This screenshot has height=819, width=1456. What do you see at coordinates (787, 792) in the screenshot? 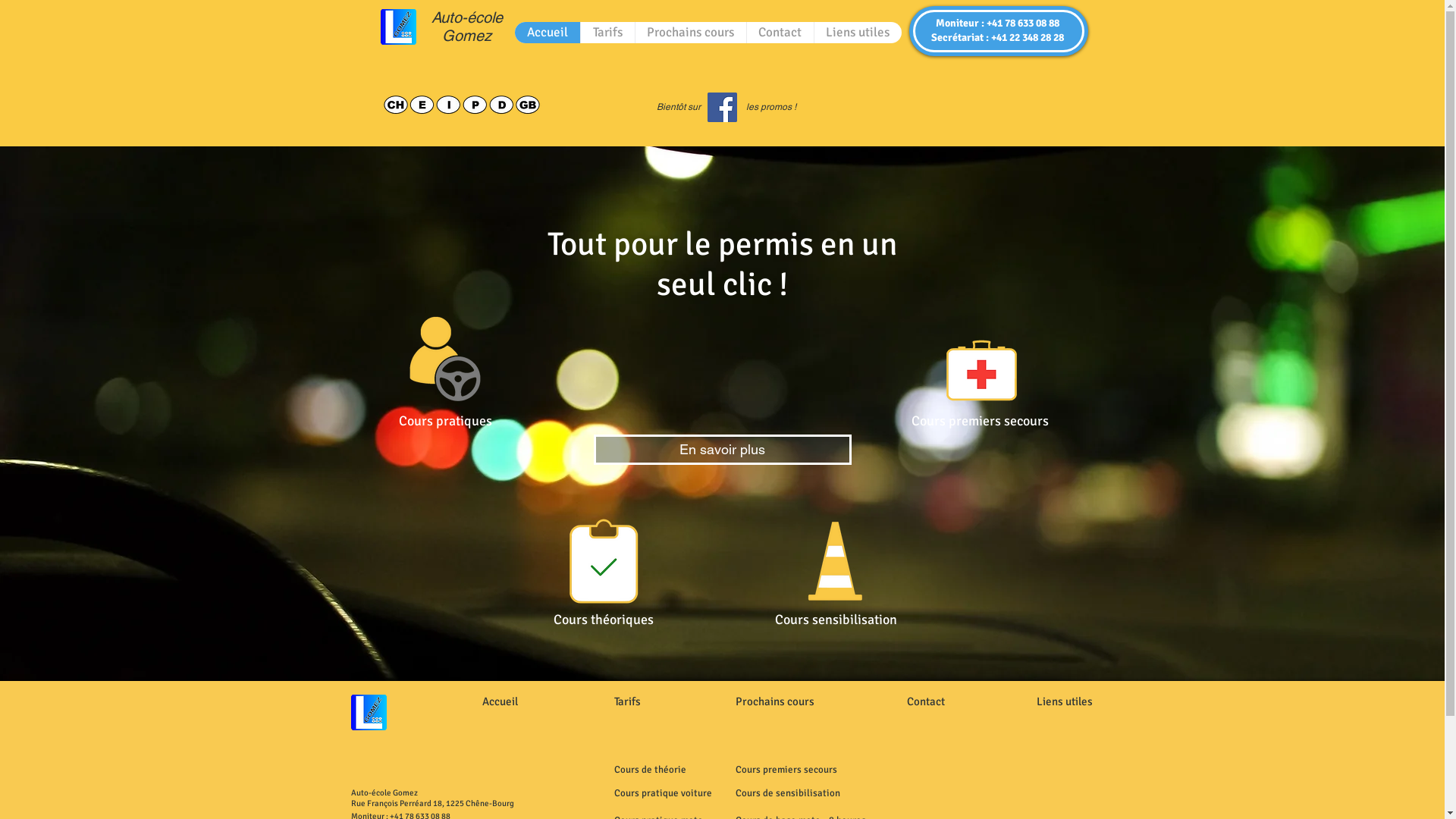
I see `'Cours de sensibilisation'` at bounding box center [787, 792].